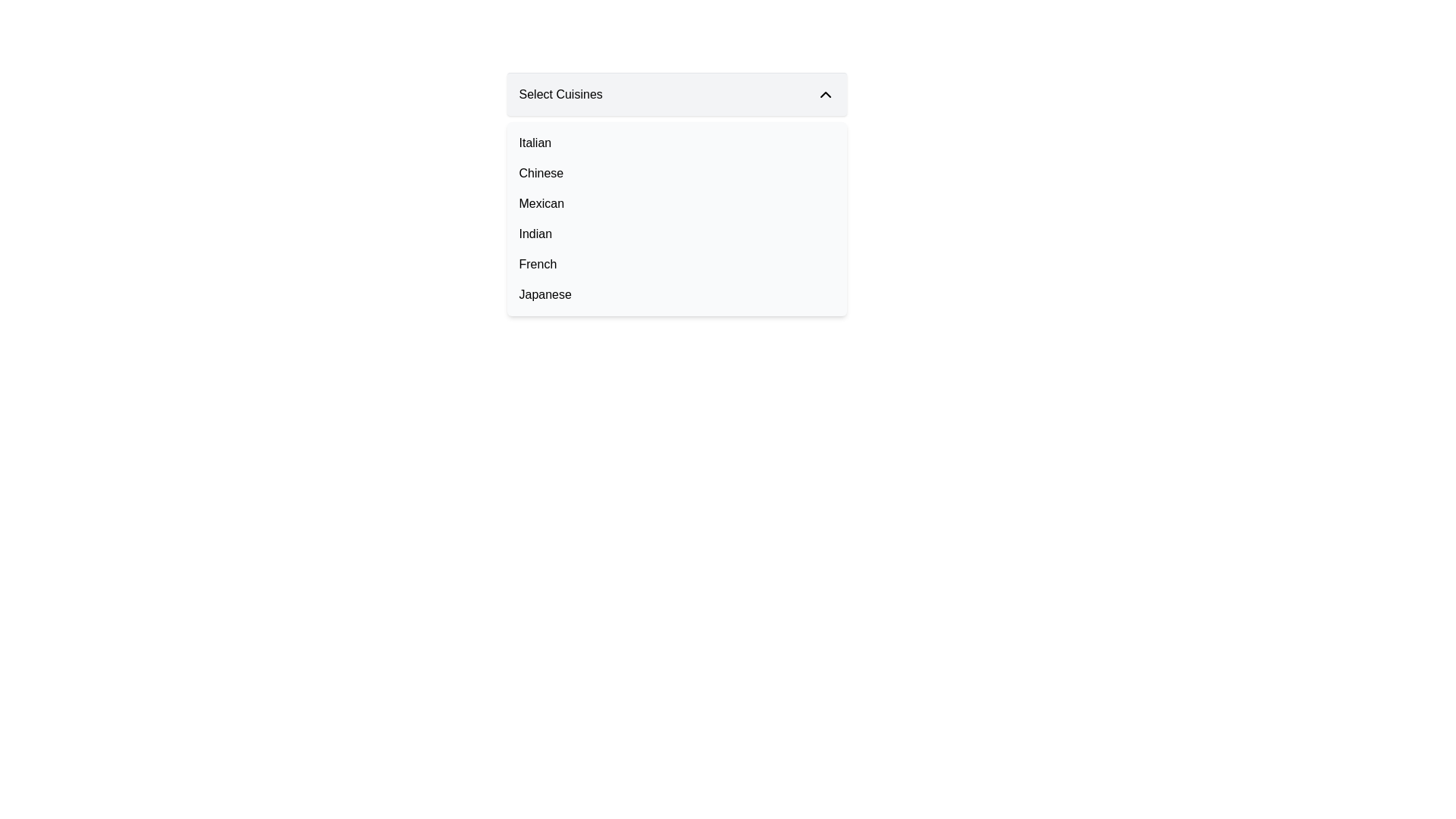 The image size is (1456, 819). I want to click on the centrally placed dropdown menu, so click(676, 193).